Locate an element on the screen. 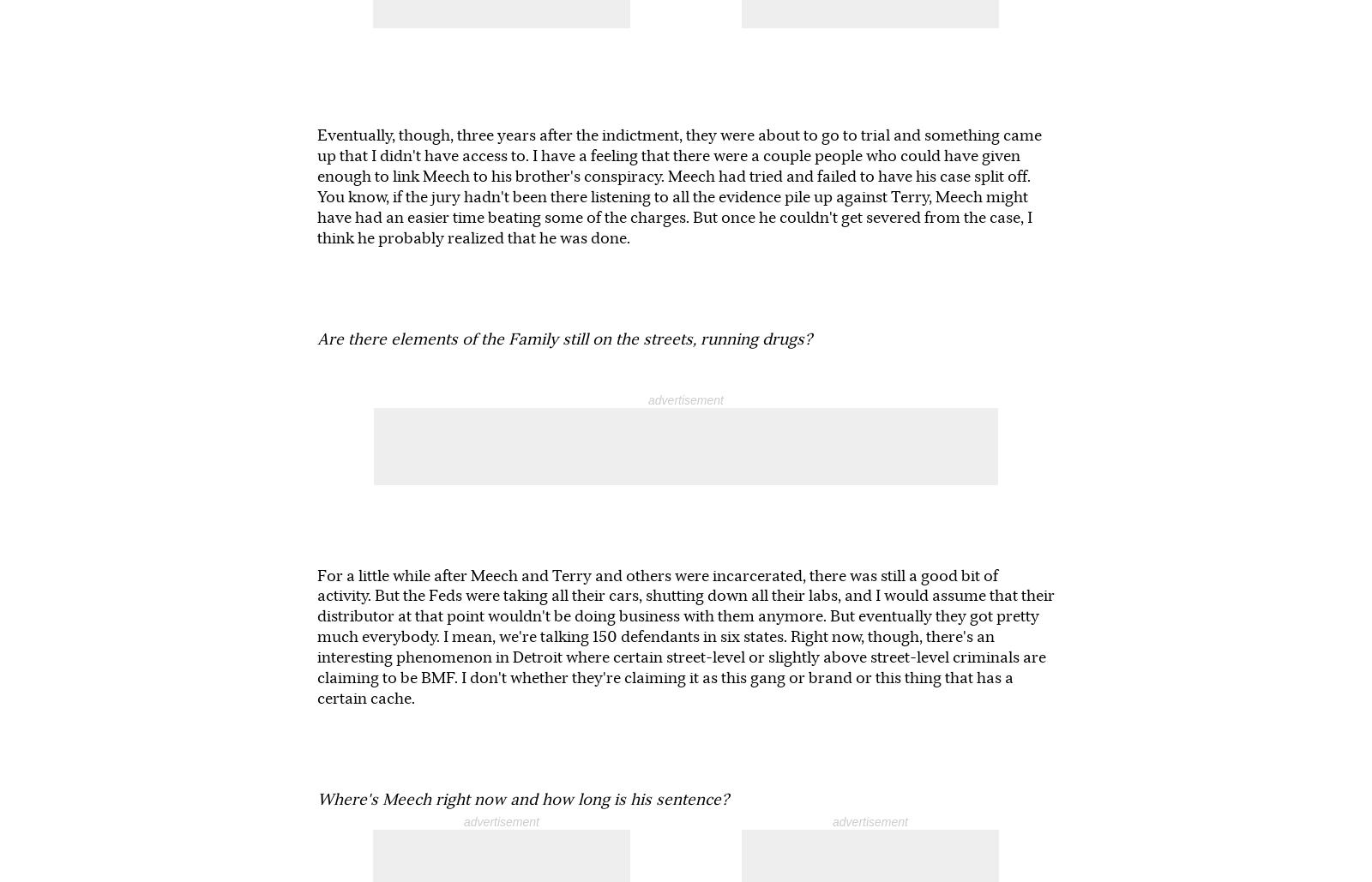 This screenshot has height=882, width=1372. 'New Times' is located at coordinates (737, 797).